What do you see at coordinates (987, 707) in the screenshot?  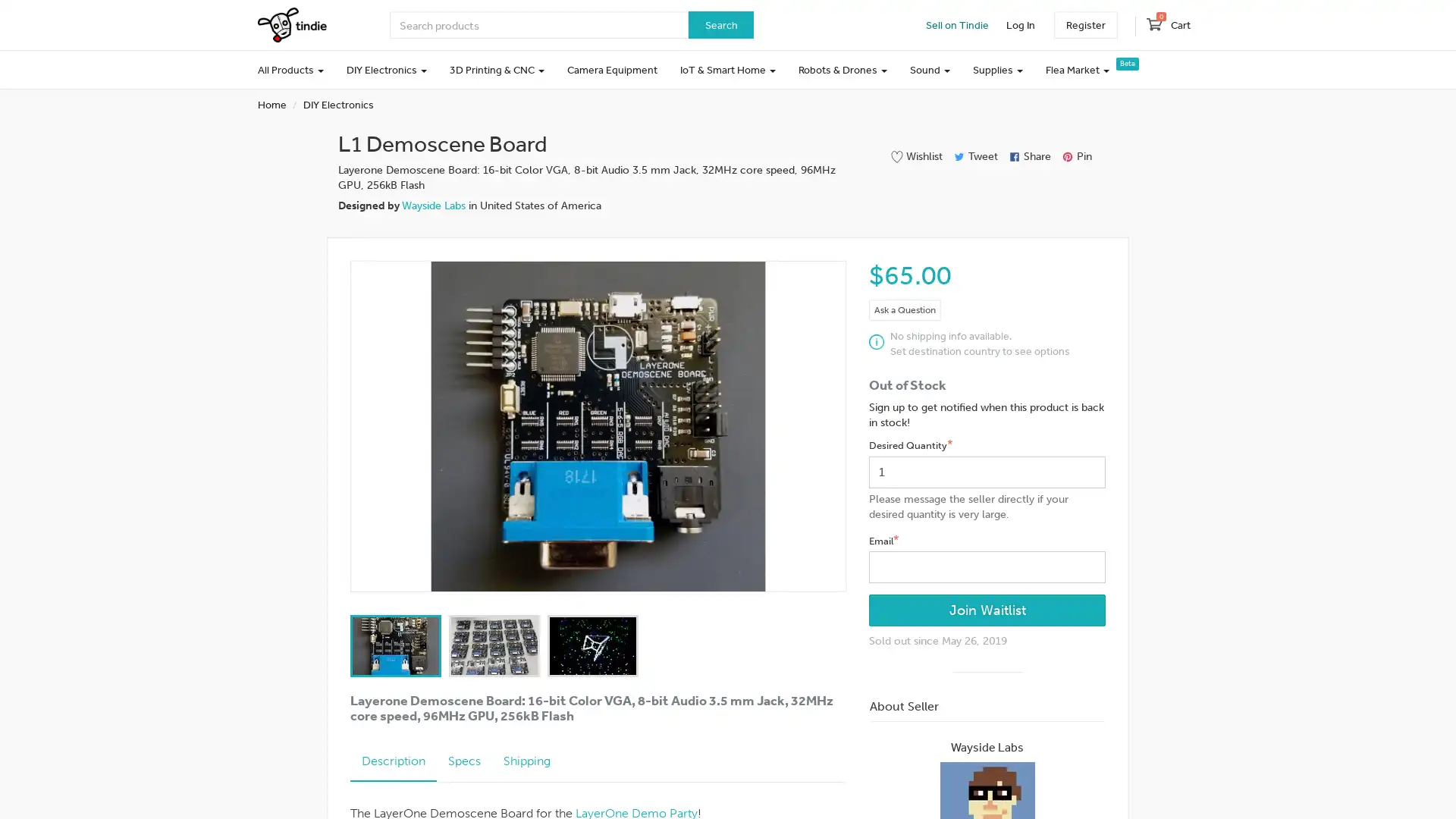 I see `About Seller` at bounding box center [987, 707].